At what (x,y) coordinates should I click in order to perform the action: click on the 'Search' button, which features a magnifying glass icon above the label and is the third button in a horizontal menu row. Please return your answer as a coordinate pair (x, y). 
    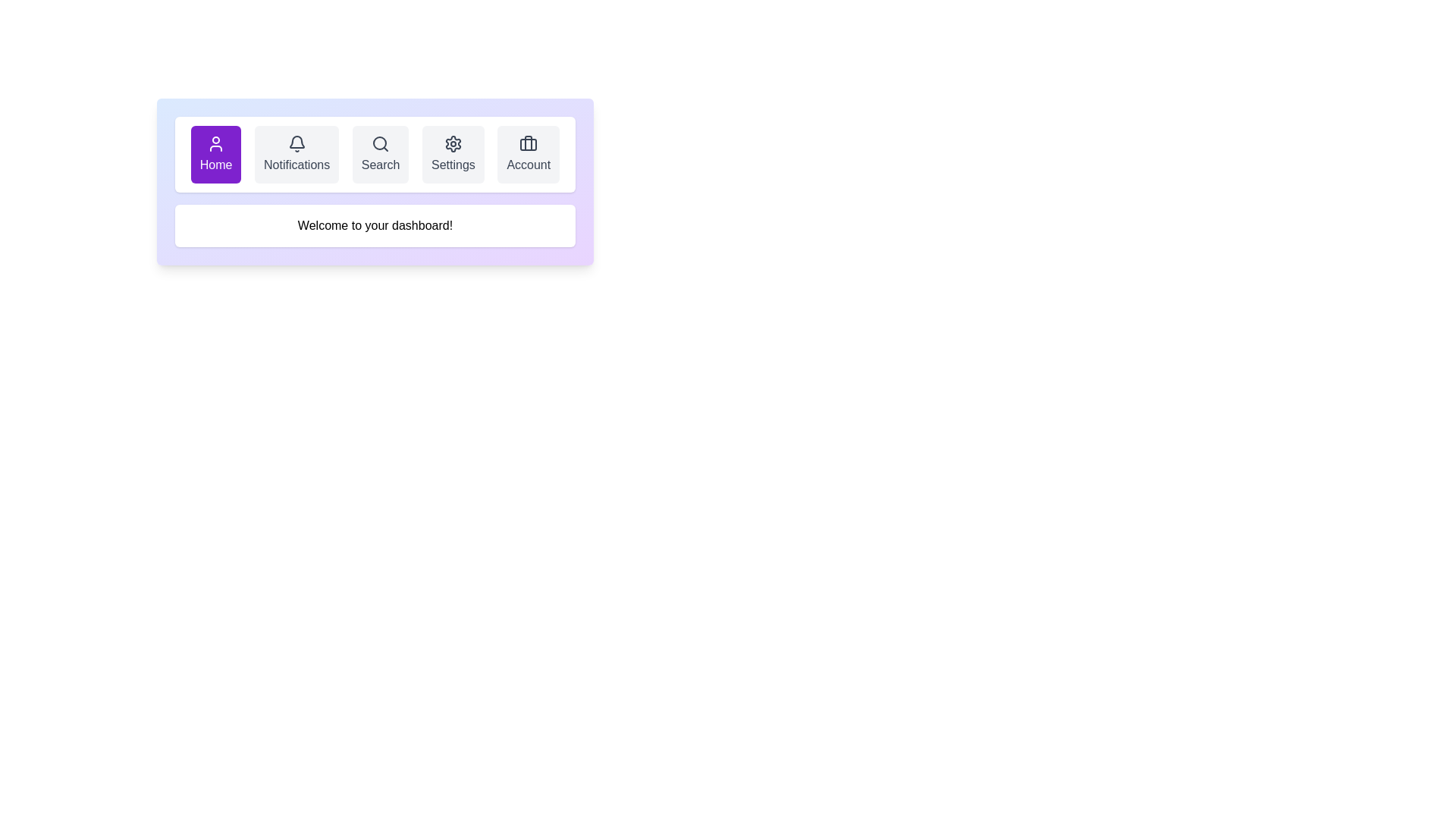
    Looking at the image, I should click on (381, 155).